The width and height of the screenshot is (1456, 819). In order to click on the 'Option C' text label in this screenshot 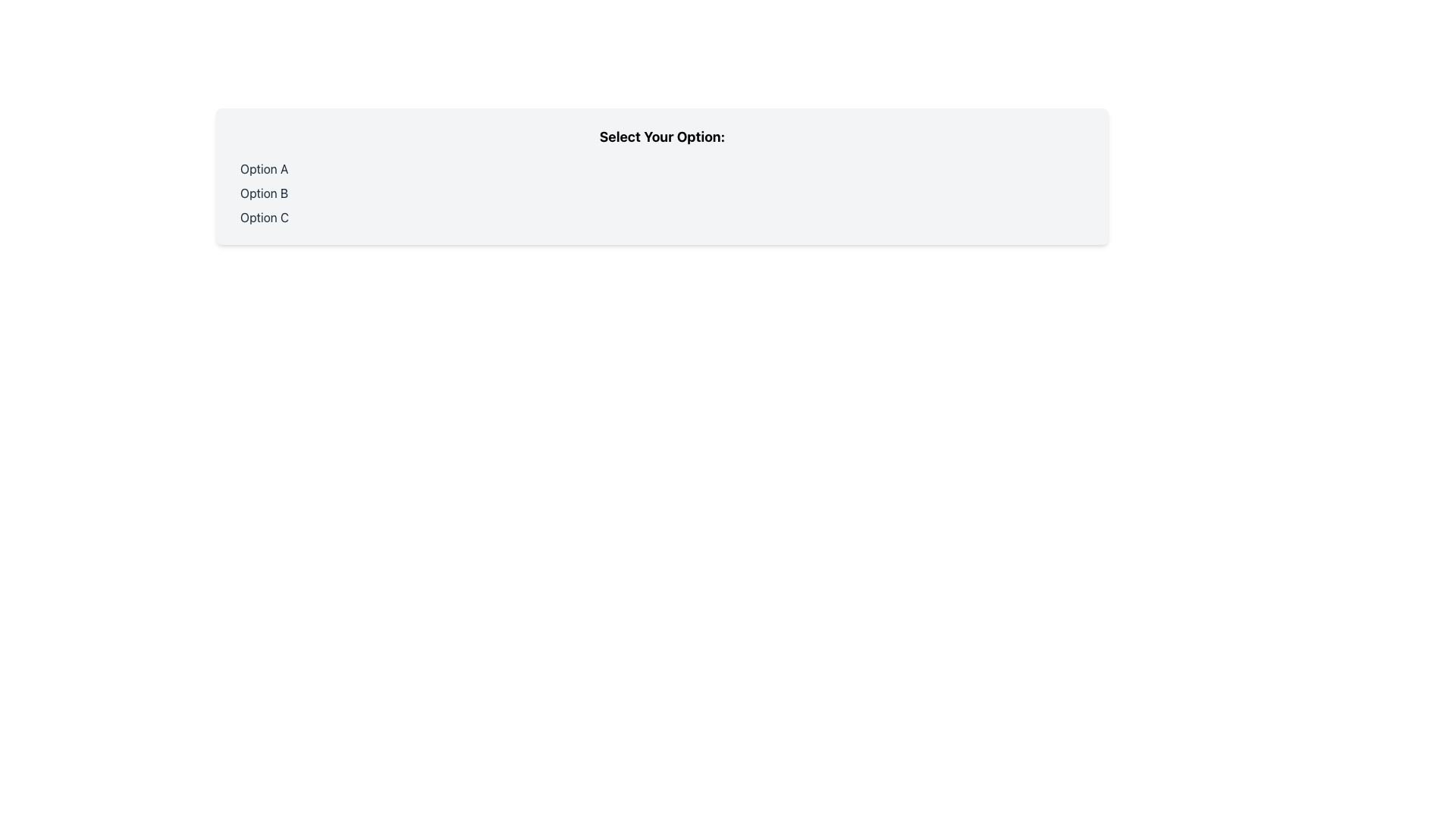, I will do `click(265, 217)`.